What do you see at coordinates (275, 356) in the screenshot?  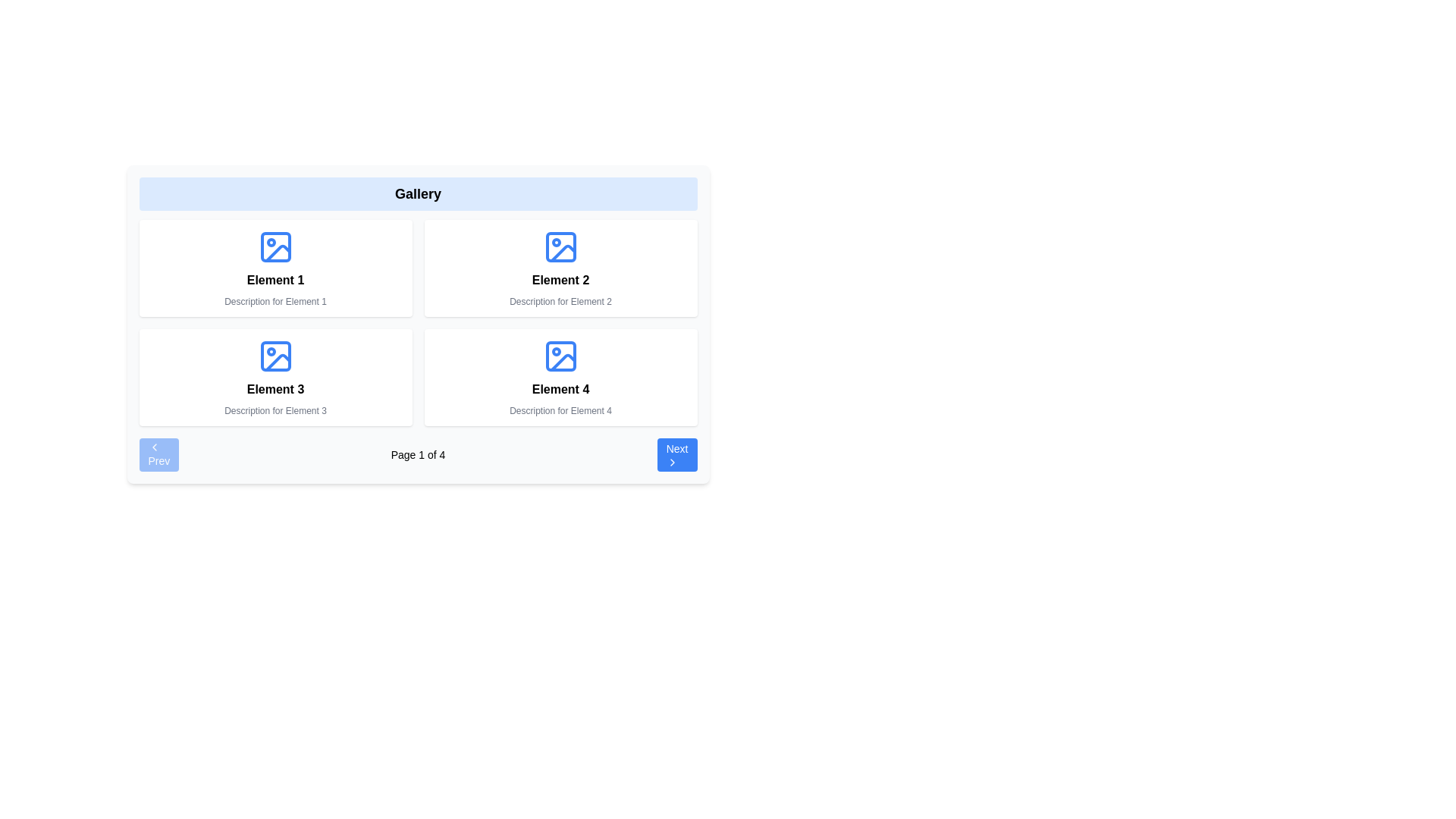 I see `Vector graphic component that represents the image icon associated with 'Element 3' in the third position of a 2x2 grid layout in the gallery section` at bounding box center [275, 356].